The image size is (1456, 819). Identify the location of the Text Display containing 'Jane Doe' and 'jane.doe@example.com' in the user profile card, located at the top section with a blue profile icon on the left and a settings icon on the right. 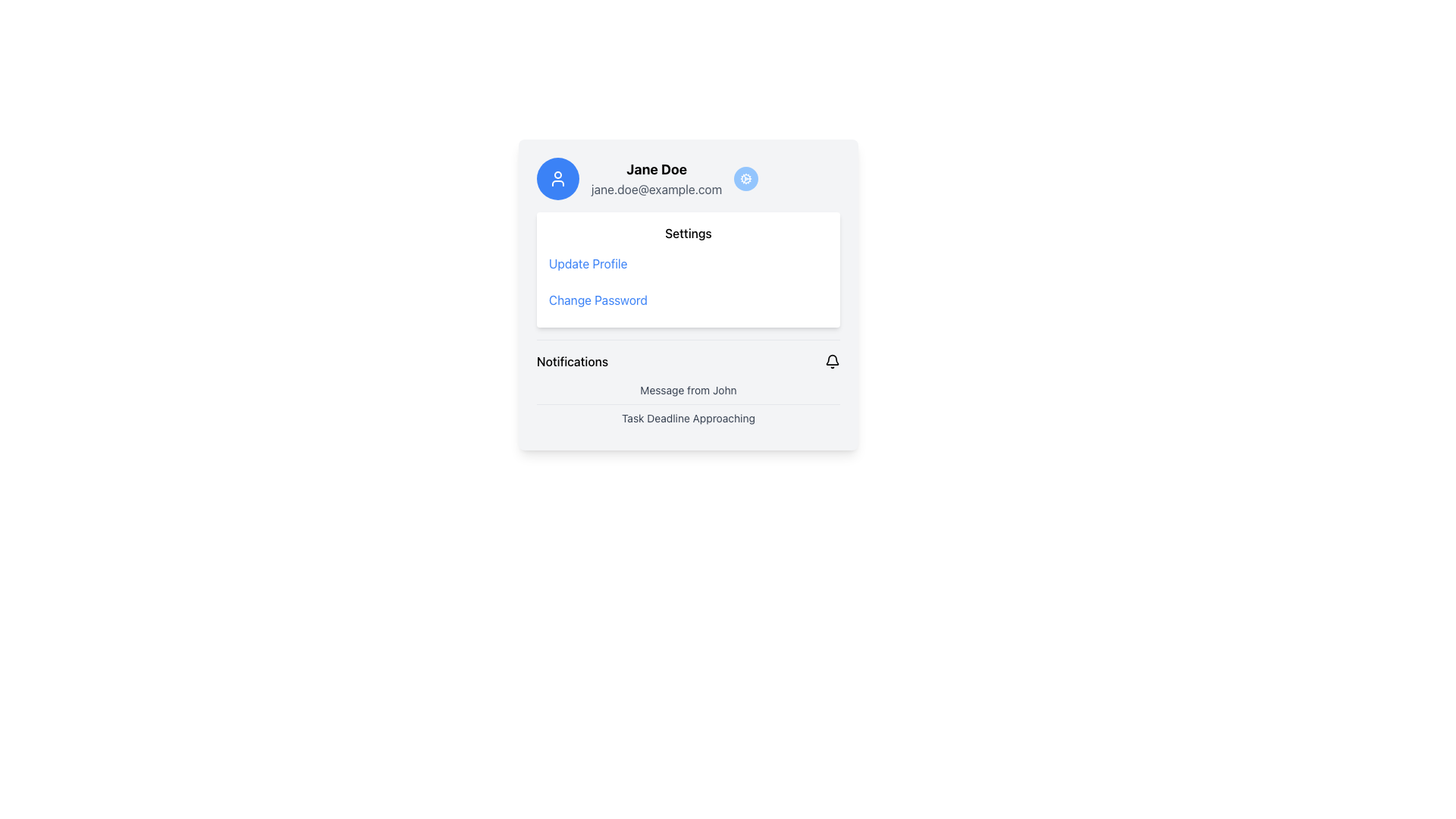
(657, 177).